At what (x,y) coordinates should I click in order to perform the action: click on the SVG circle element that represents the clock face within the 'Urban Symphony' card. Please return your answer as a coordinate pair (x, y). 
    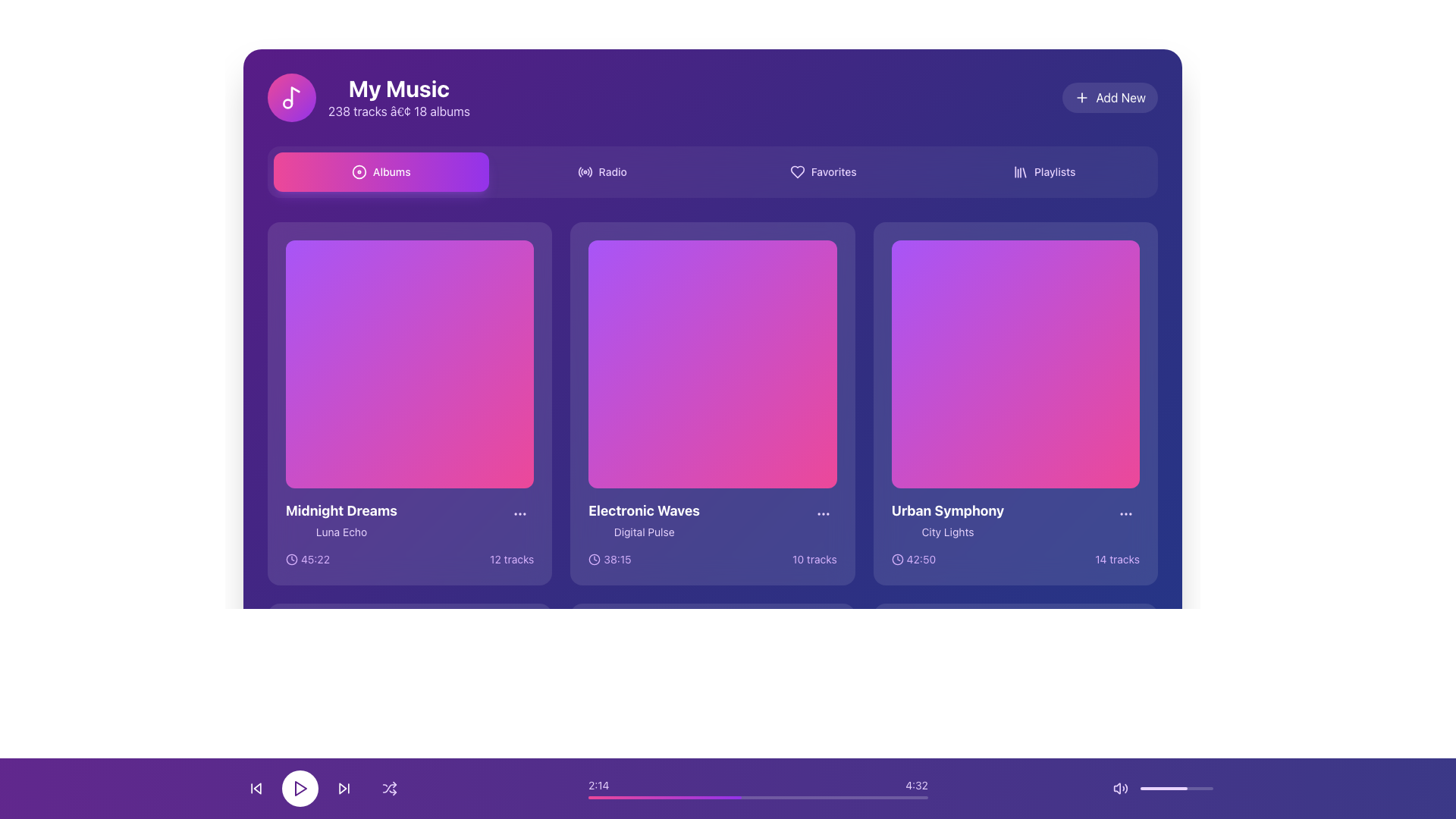
    Looking at the image, I should click on (897, 560).